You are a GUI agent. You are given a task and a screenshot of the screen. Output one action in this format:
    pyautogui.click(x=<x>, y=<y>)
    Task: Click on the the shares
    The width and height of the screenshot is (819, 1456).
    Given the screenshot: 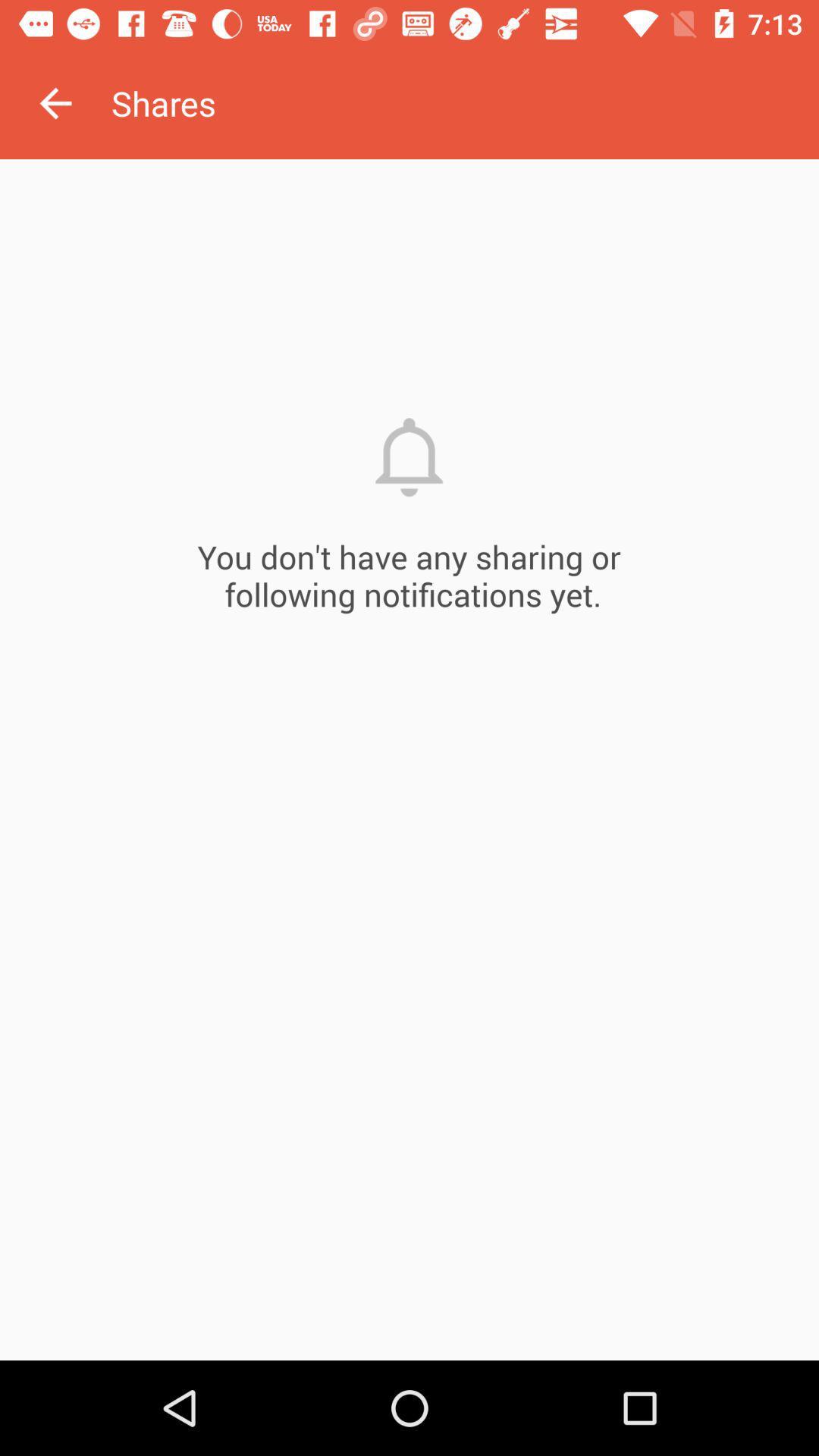 What is the action you would take?
    pyautogui.click(x=464, y=102)
    